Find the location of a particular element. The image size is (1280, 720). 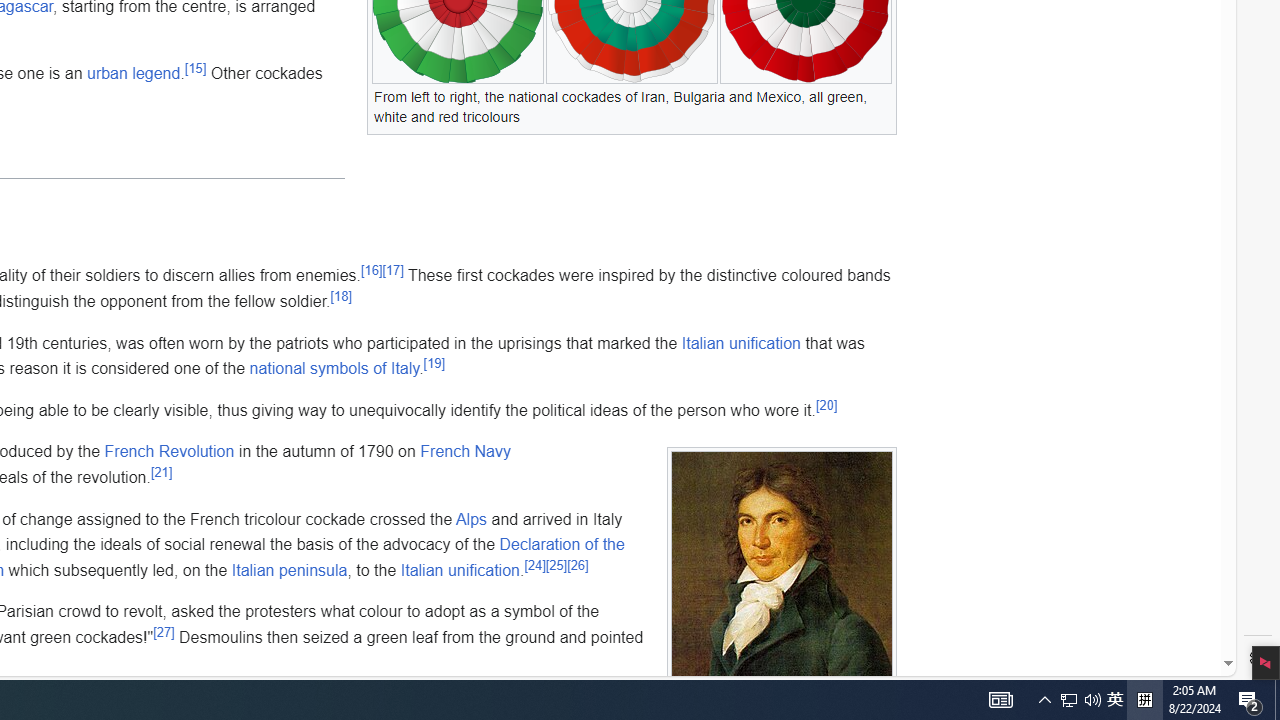

'[16]' is located at coordinates (371, 271).